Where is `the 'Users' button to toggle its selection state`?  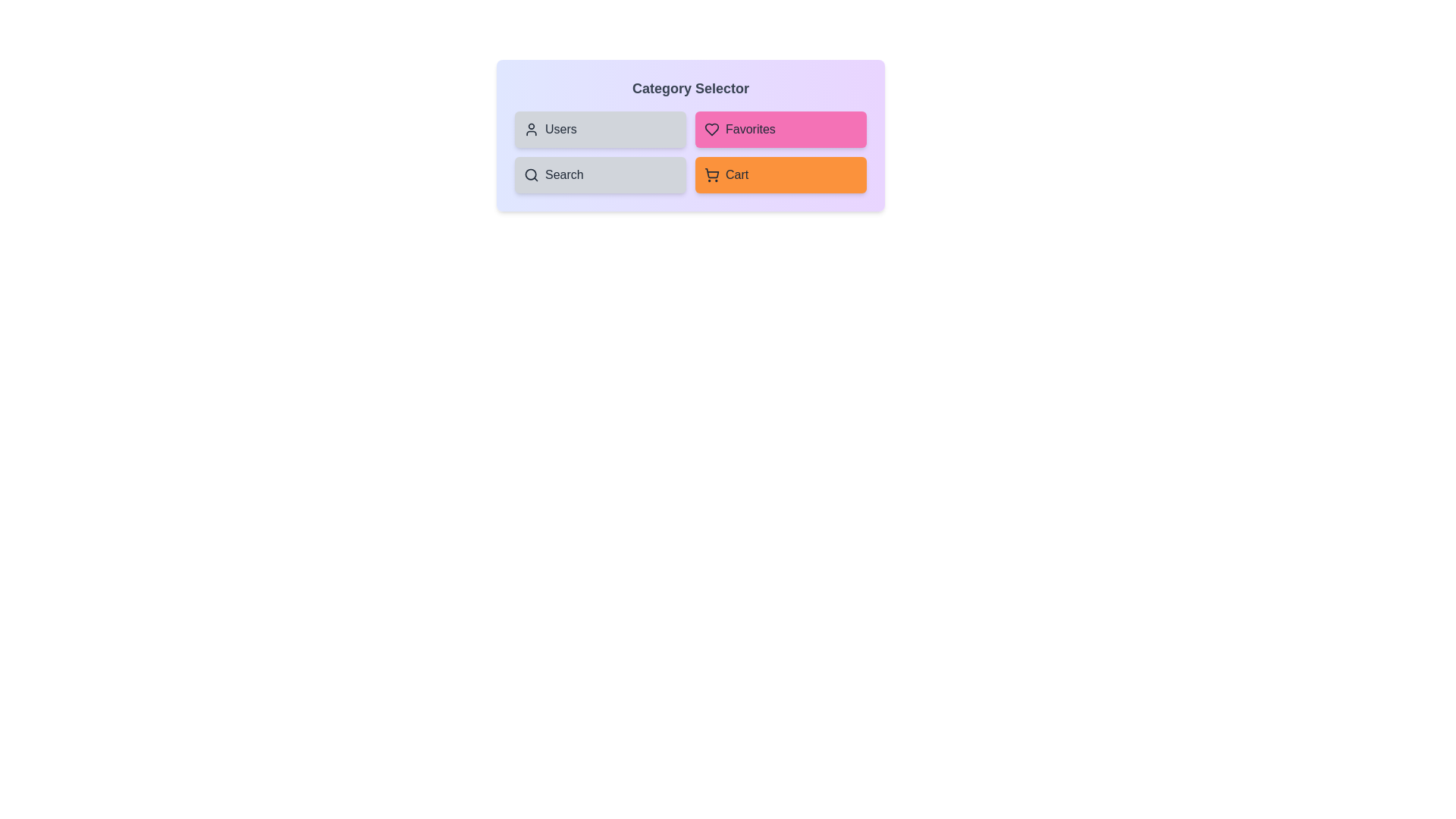 the 'Users' button to toggle its selection state is located at coordinates (600, 128).